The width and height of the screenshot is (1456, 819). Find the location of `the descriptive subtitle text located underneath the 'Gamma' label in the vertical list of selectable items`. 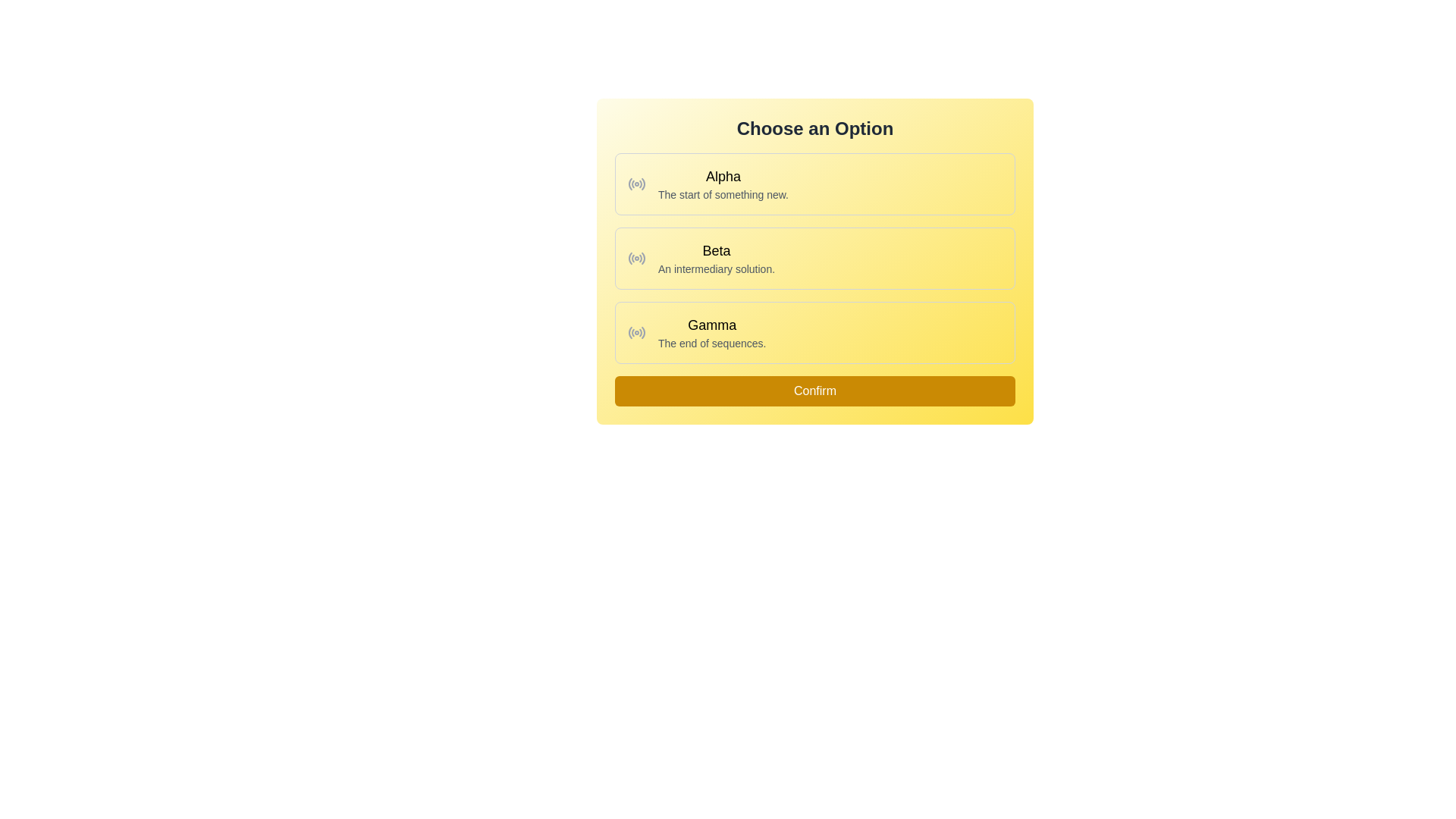

the descriptive subtitle text located underneath the 'Gamma' label in the vertical list of selectable items is located at coordinates (711, 343).